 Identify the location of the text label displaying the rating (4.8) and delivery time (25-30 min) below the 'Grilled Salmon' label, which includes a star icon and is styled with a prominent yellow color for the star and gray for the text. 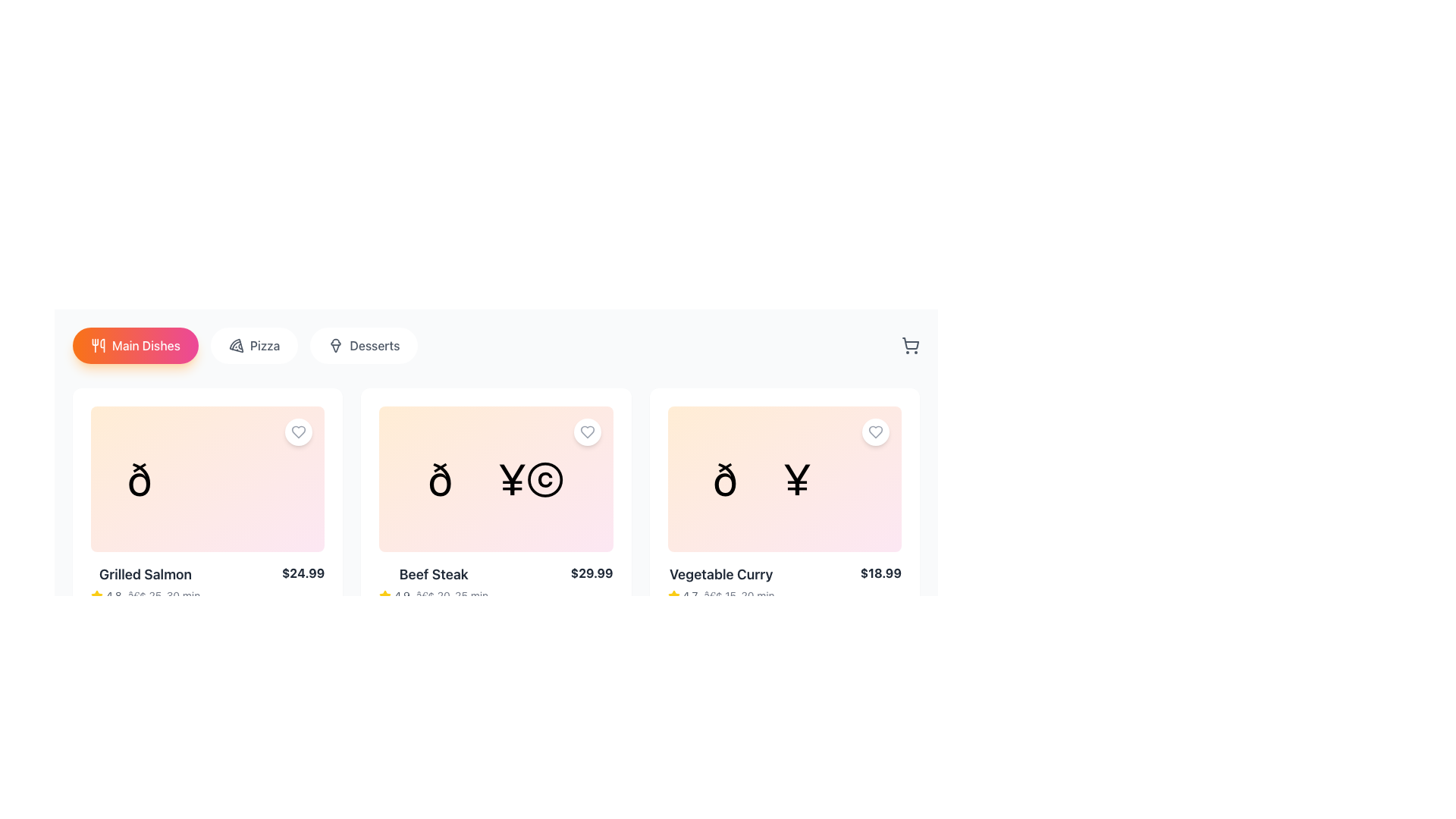
(146, 595).